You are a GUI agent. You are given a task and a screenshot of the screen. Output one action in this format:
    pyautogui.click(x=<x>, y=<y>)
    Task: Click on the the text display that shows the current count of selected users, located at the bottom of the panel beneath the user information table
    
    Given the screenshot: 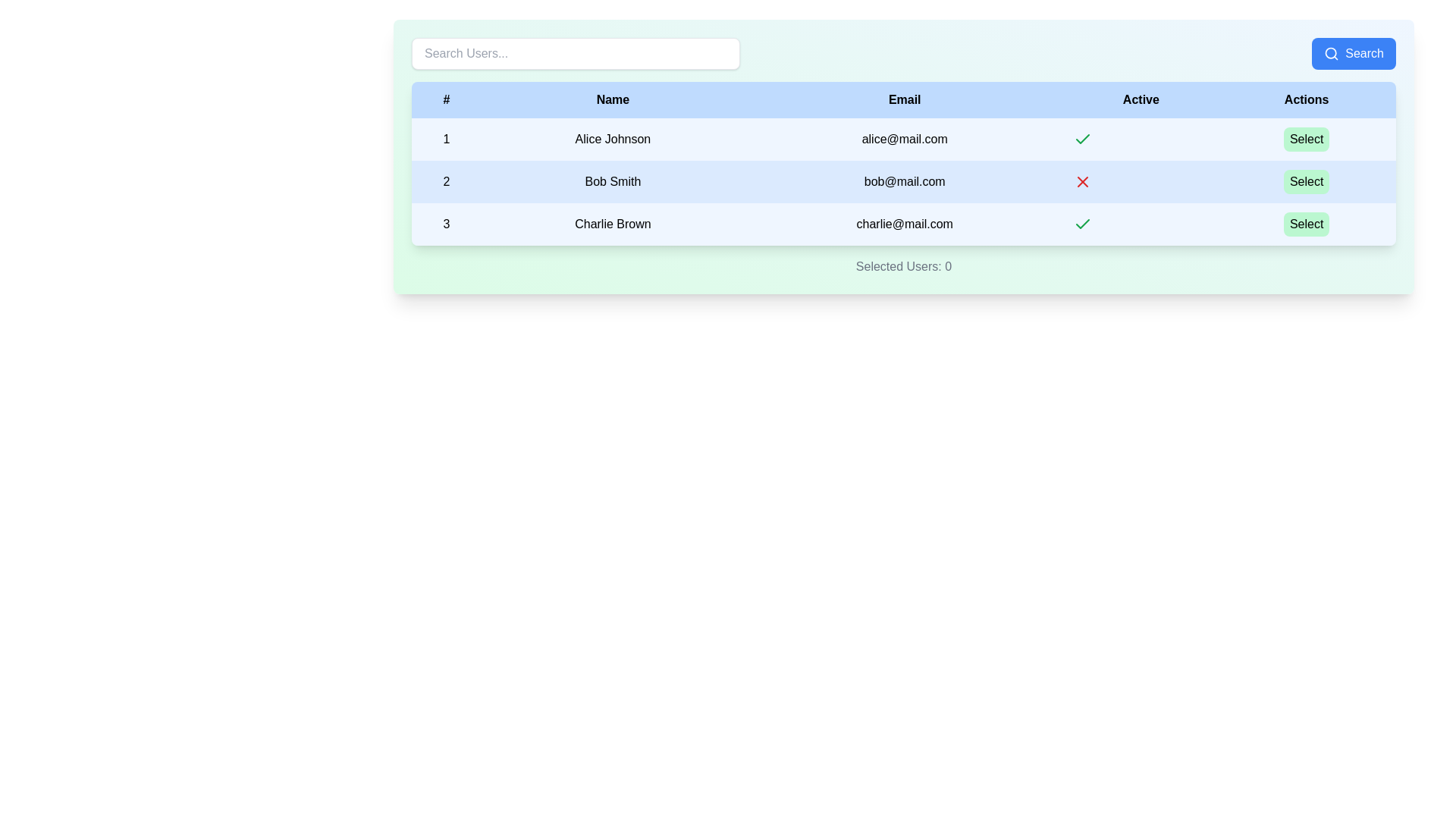 What is the action you would take?
    pyautogui.click(x=903, y=265)
    